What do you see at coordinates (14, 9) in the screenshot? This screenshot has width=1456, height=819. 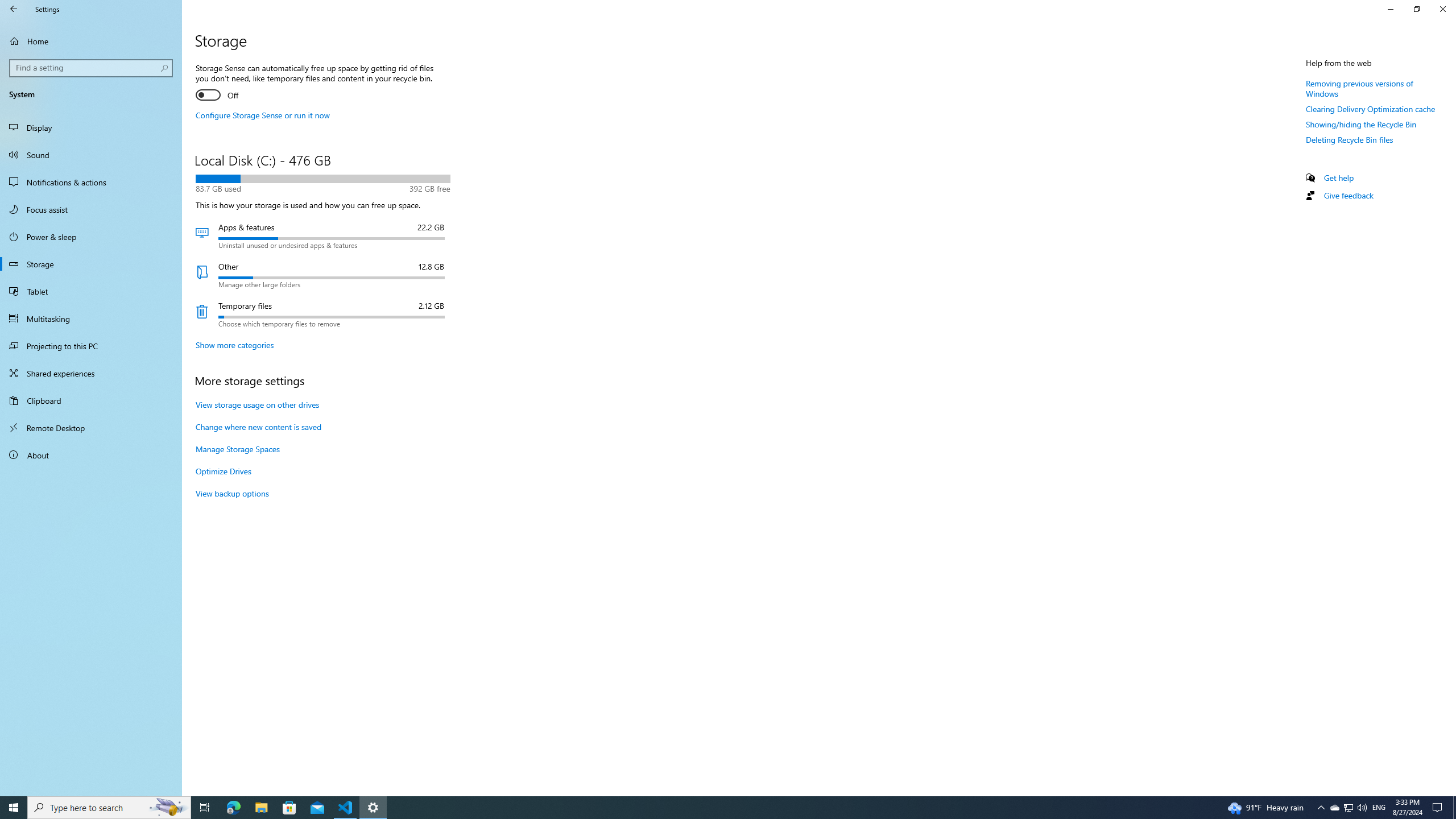 I see `'Back'` at bounding box center [14, 9].